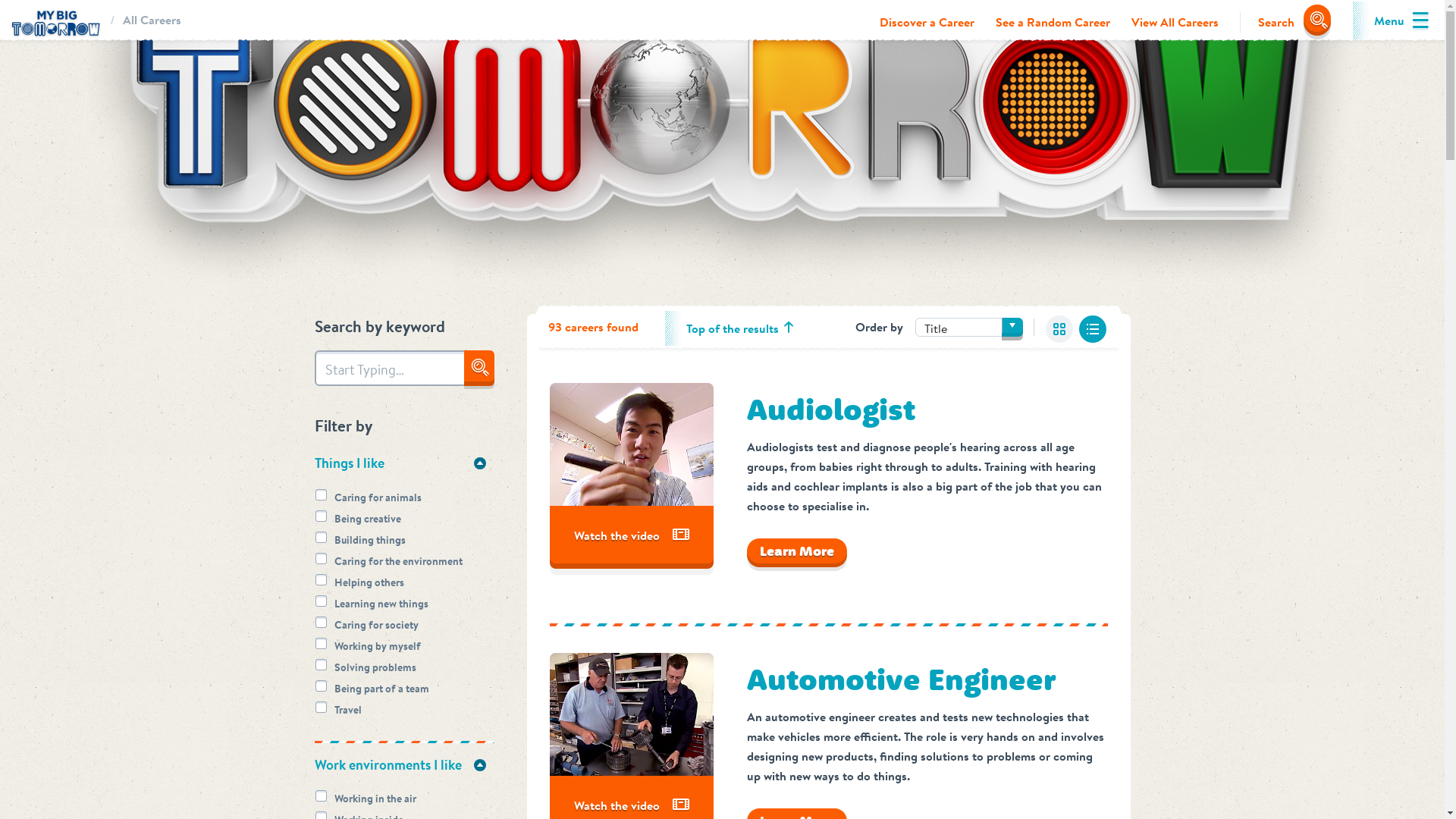  I want to click on 'My Big Tomorrow', so click(55, 20).